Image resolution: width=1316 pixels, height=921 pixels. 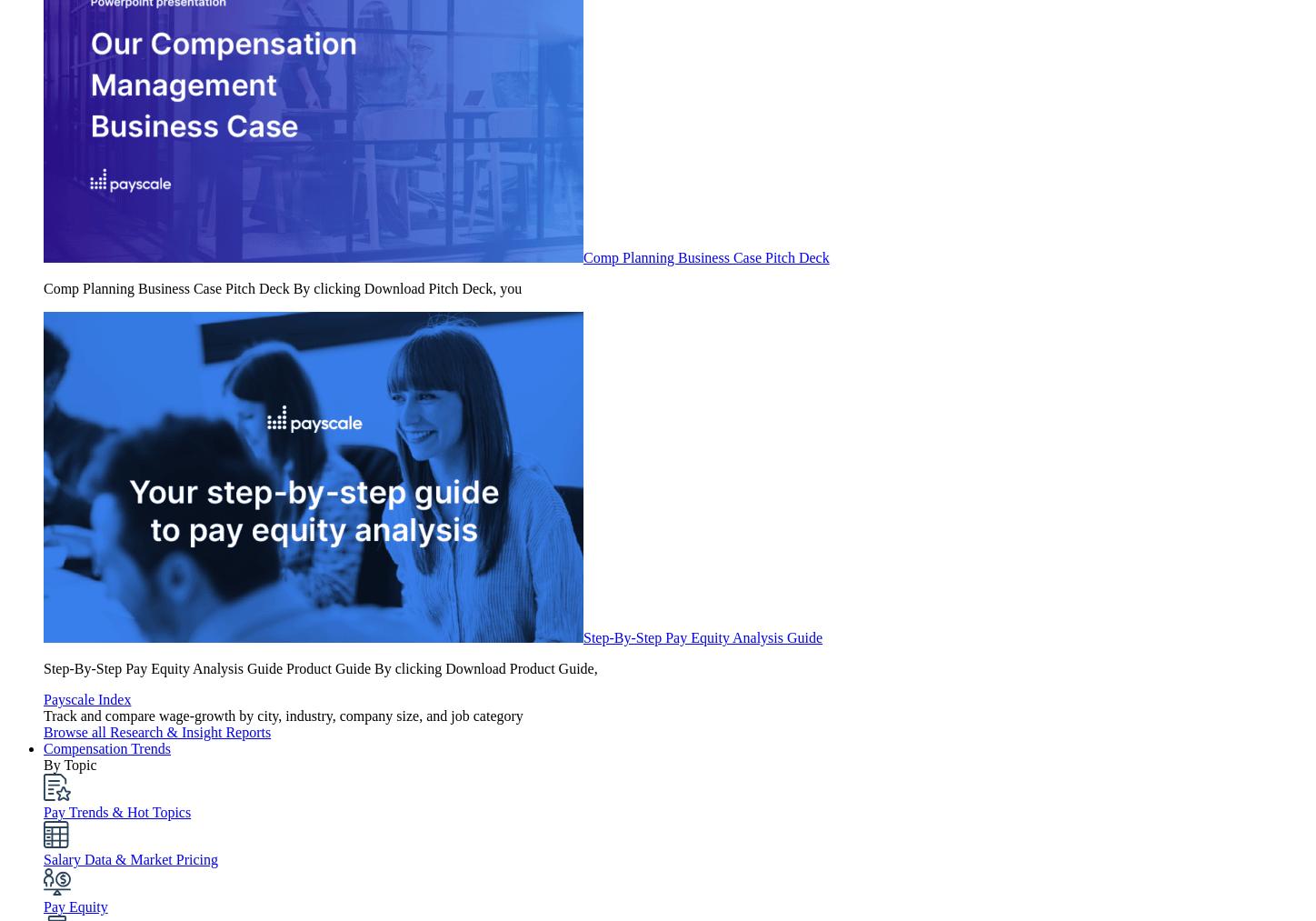 I want to click on 'Step-By-Step Pay Equity Analysis Guide', so click(x=703, y=636).